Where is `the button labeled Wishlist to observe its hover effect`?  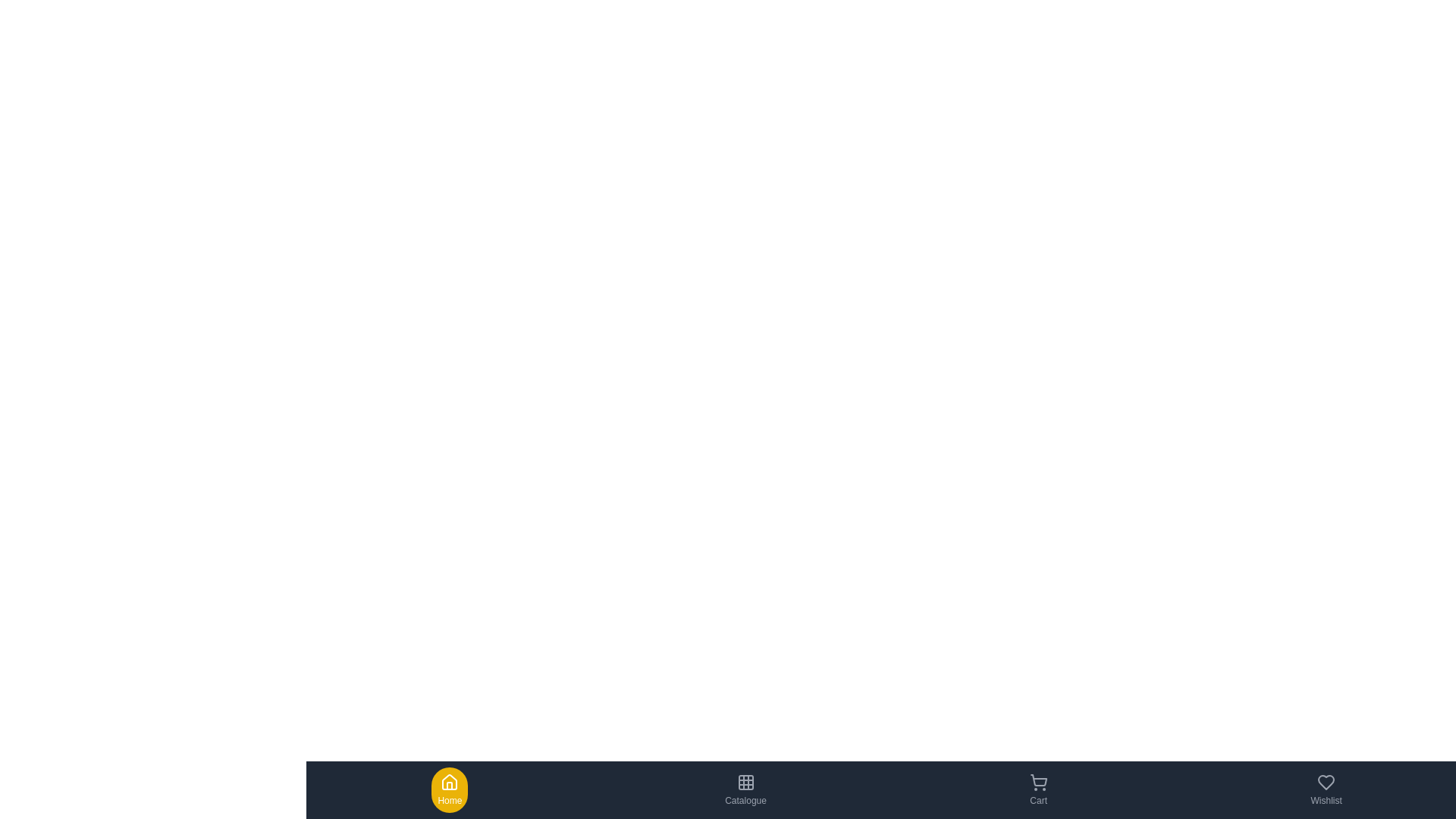
the button labeled Wishlist to observe its hover effect is located at coordinates (1325, 789).